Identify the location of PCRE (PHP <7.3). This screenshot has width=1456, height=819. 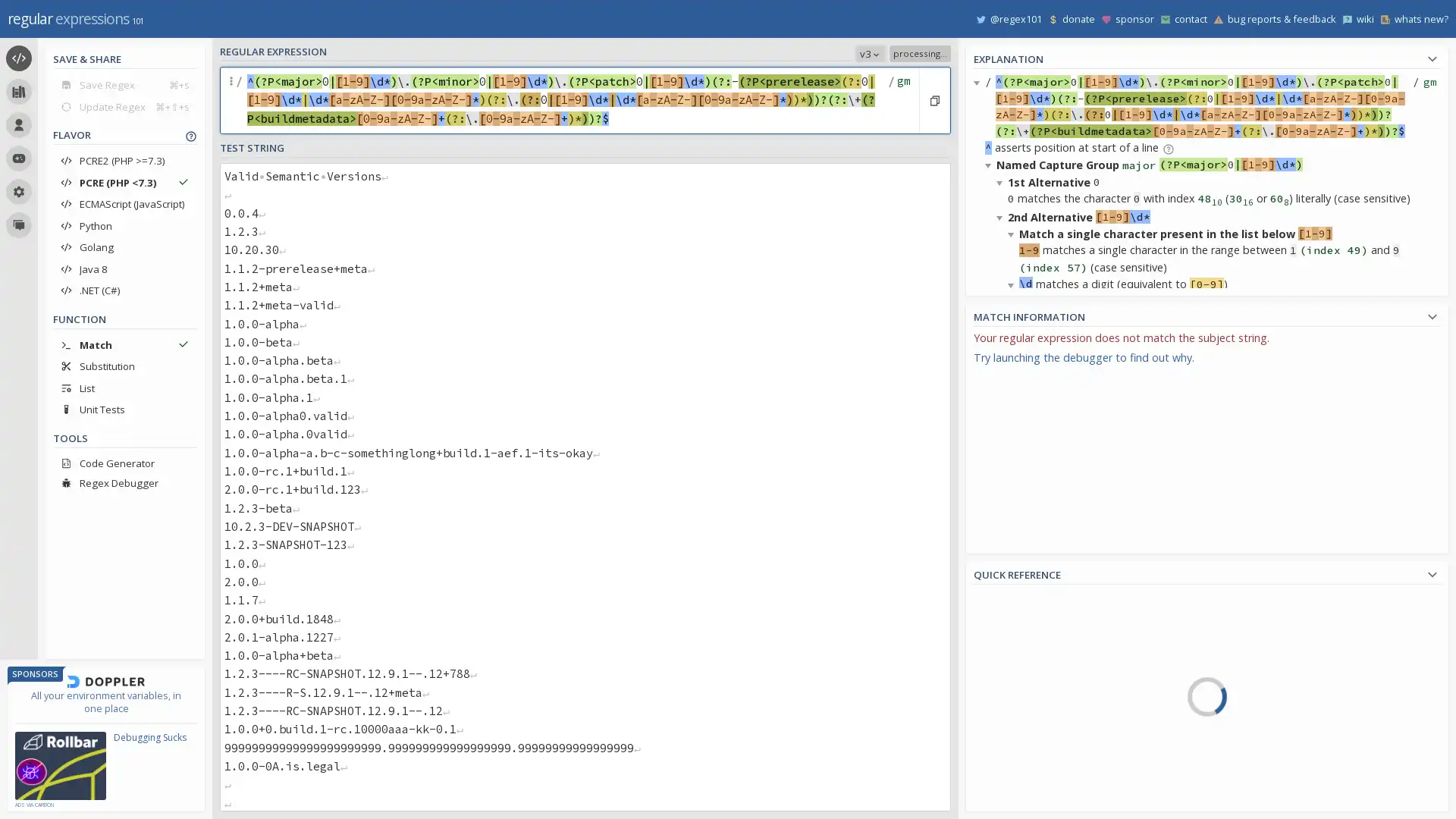
(124, 181).